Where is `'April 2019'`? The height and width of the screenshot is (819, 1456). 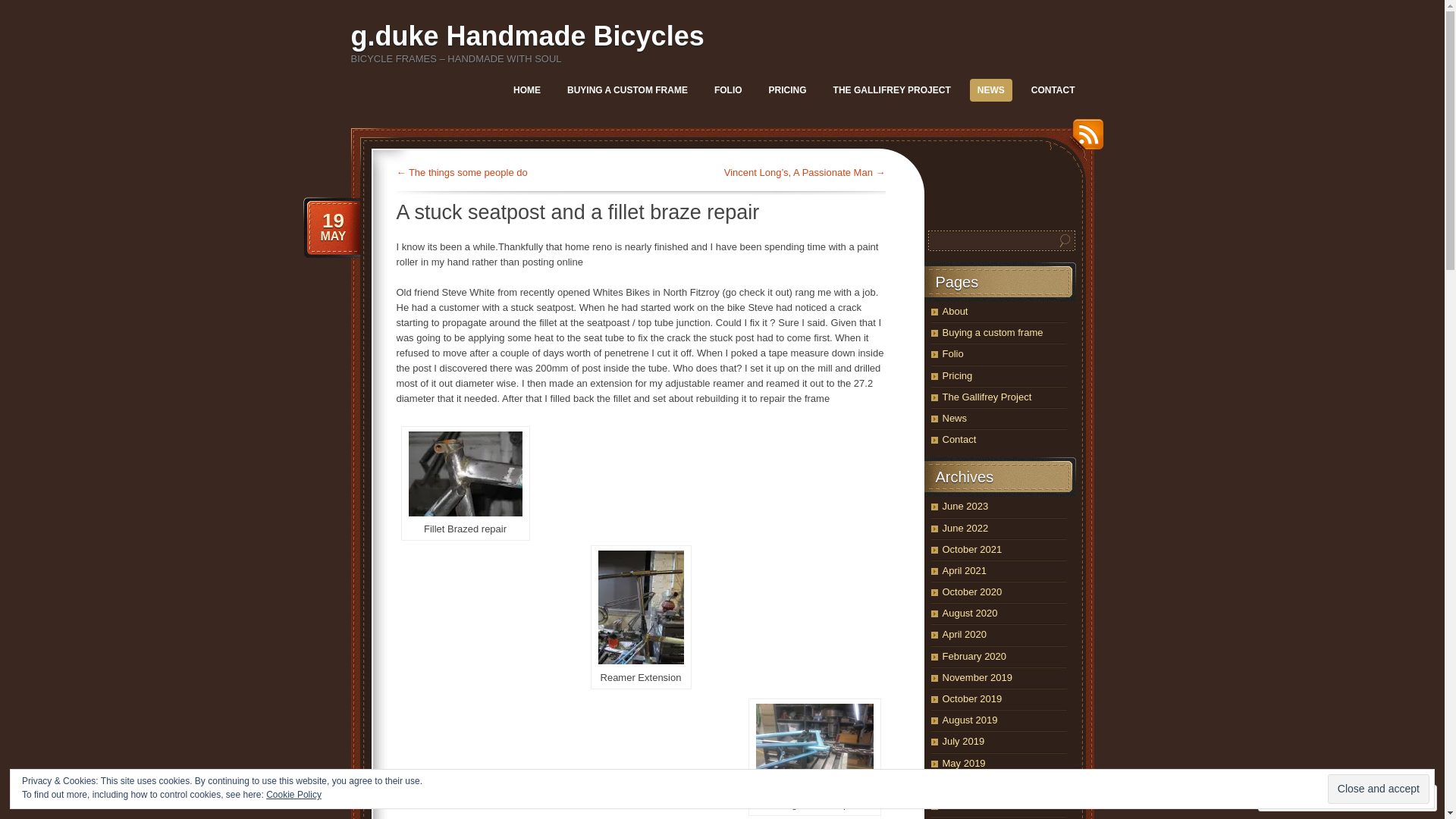
'April 2019' is located at coordinates (941, 784).